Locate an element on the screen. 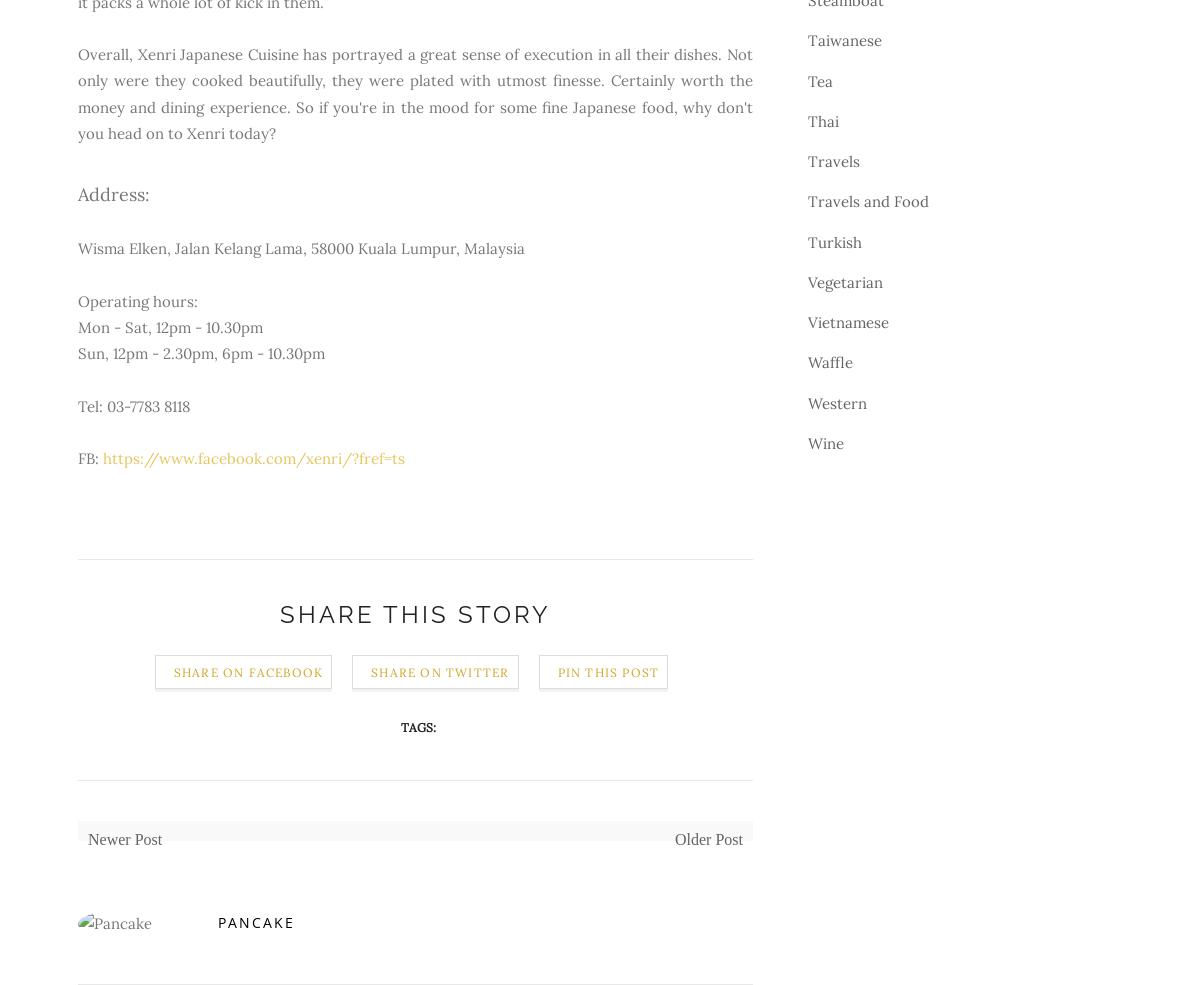  'Taiwanese' is located at coordinates (808, 39).